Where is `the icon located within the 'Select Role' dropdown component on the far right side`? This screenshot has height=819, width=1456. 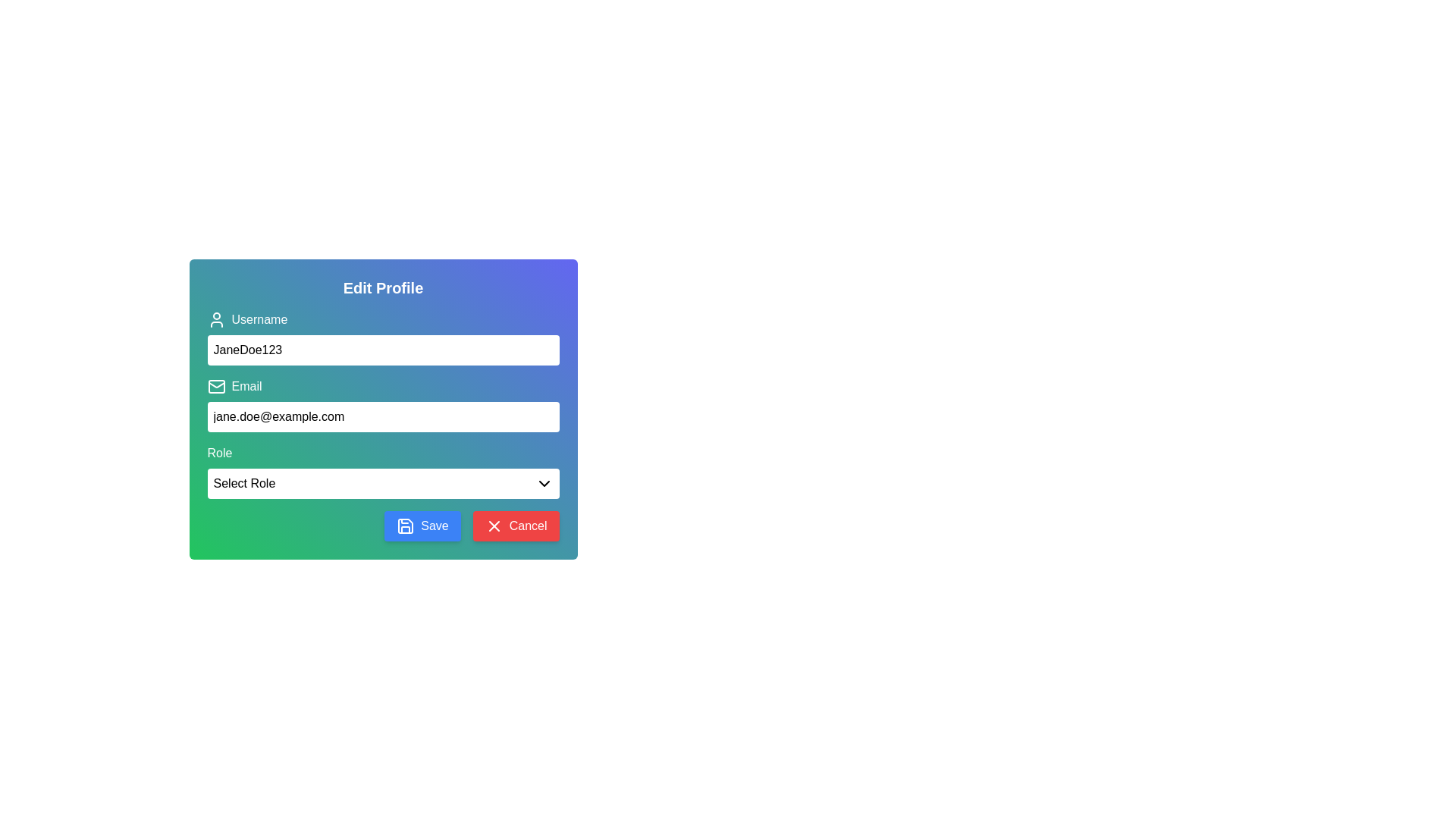 the icon located within the 'Select Role' dropdown component on the far right side is located at coordinates (544, 483).